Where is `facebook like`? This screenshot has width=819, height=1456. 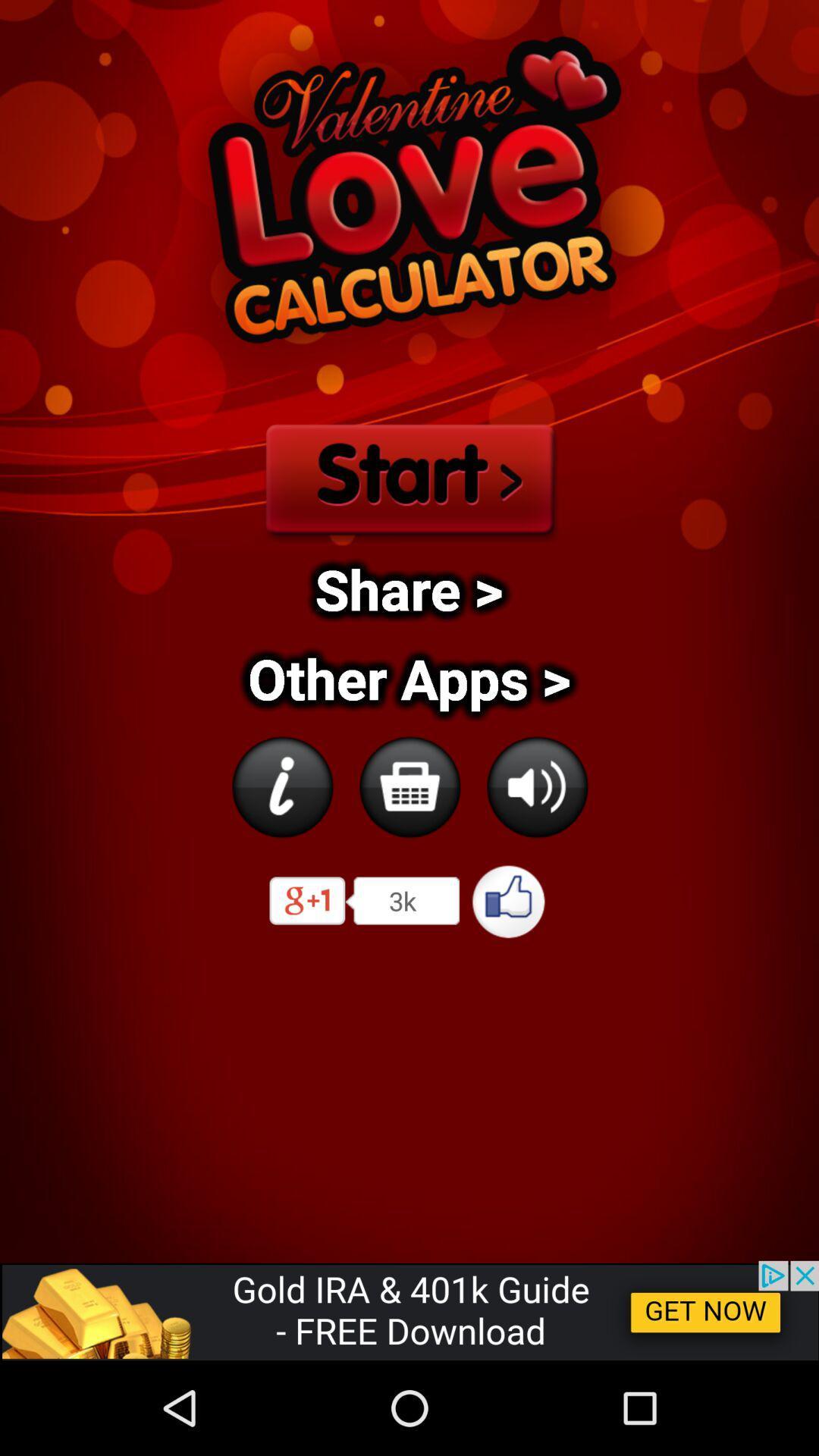 facebook like is located at coordinates (509, 901).